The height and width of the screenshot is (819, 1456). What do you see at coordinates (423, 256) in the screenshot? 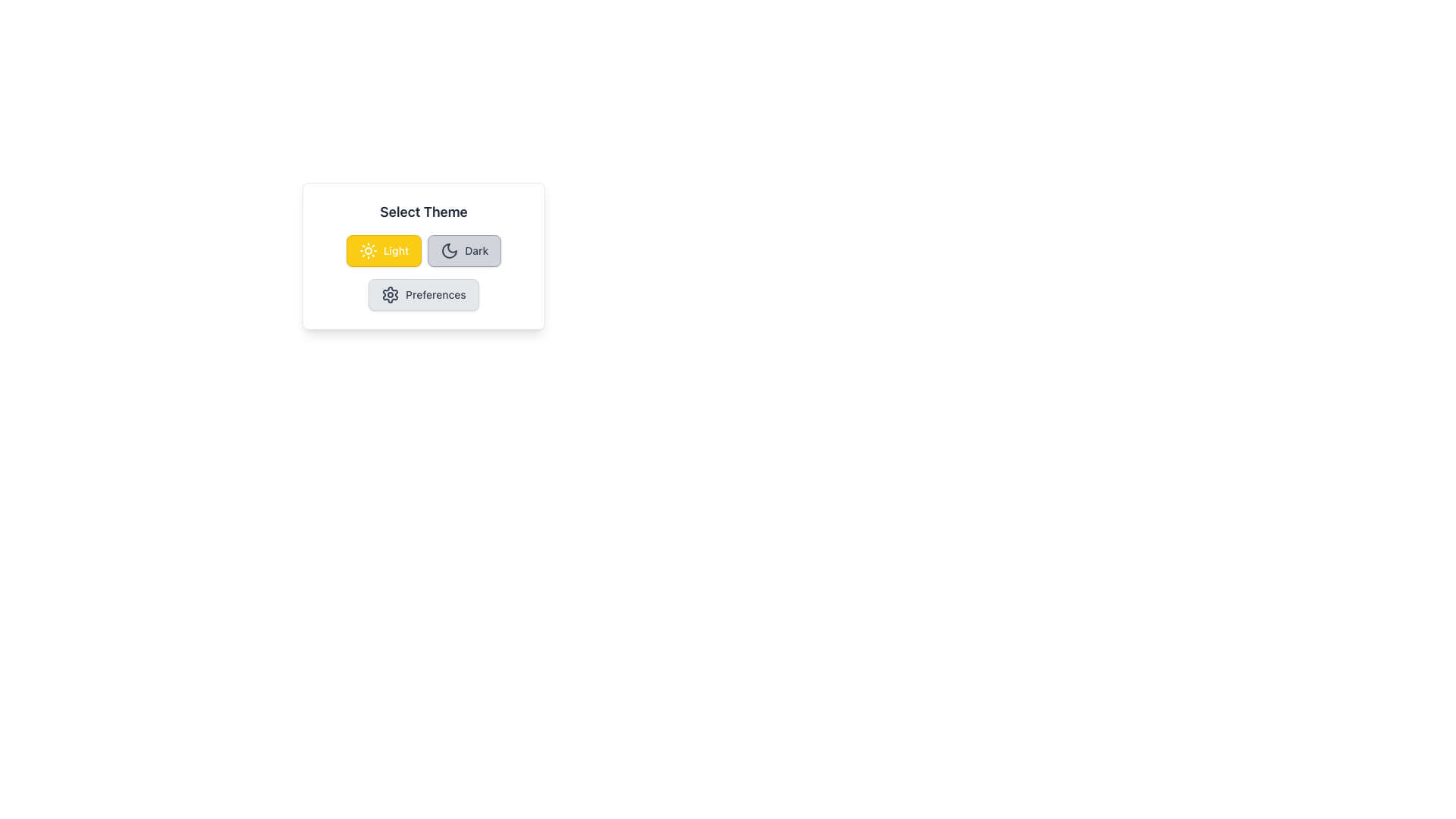
I see `the first button in the horizontal group below the 'Select Theme' title` at bounding box center [423, 256].